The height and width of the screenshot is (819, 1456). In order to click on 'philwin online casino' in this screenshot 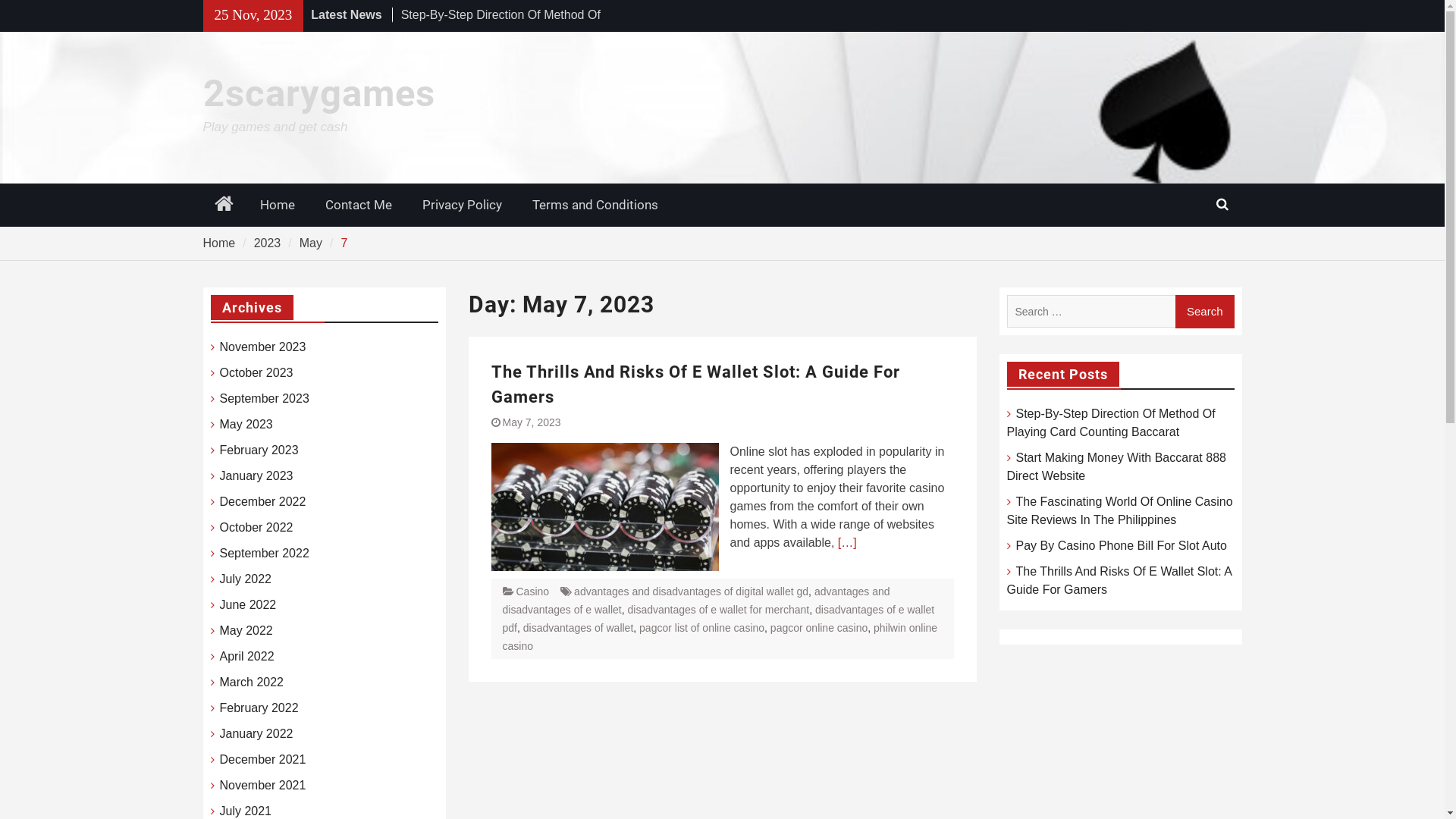, I will do `click(719, 637)`.